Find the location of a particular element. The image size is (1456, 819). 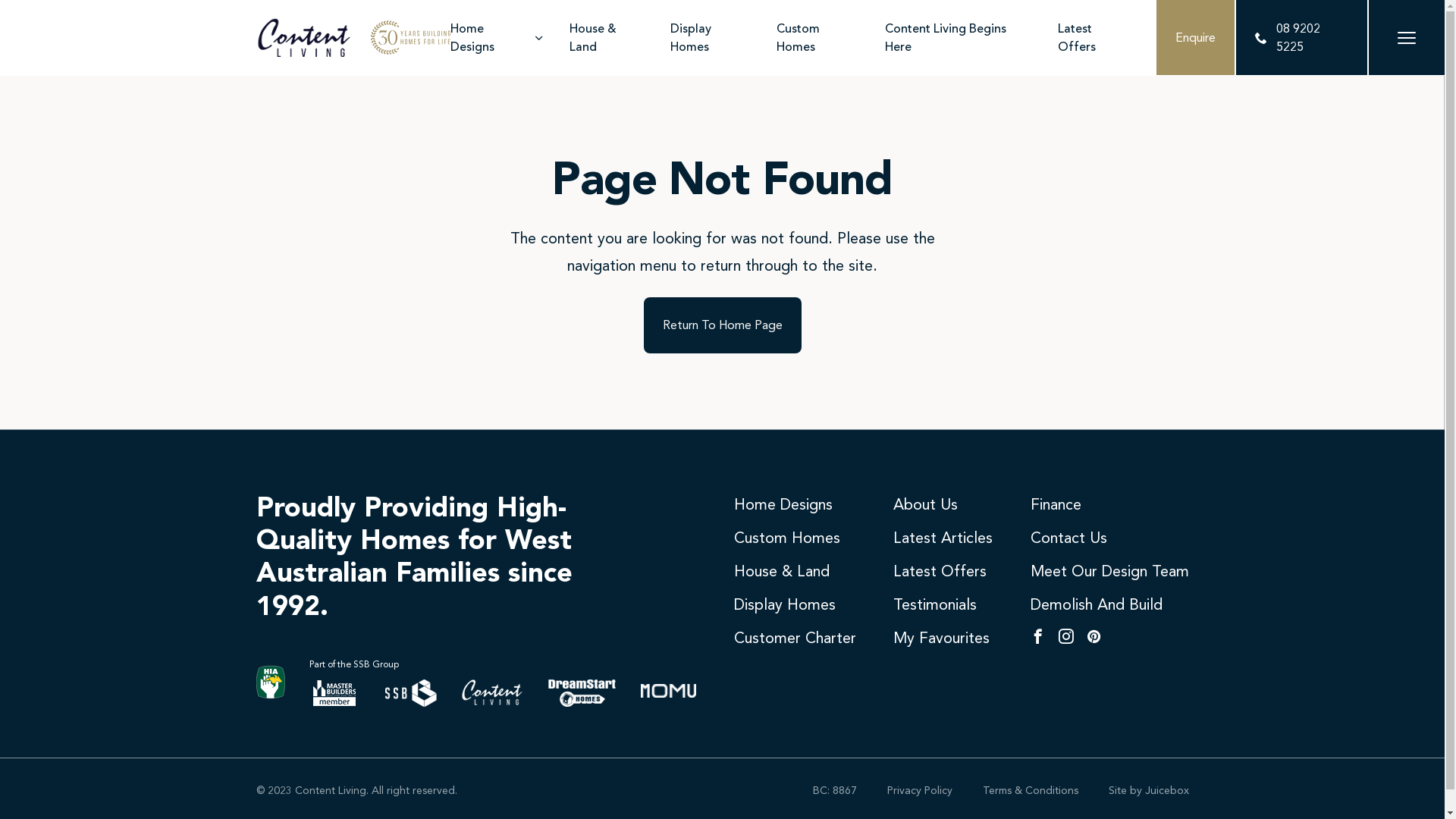

'About Us' is located at coordinates (893, 504).